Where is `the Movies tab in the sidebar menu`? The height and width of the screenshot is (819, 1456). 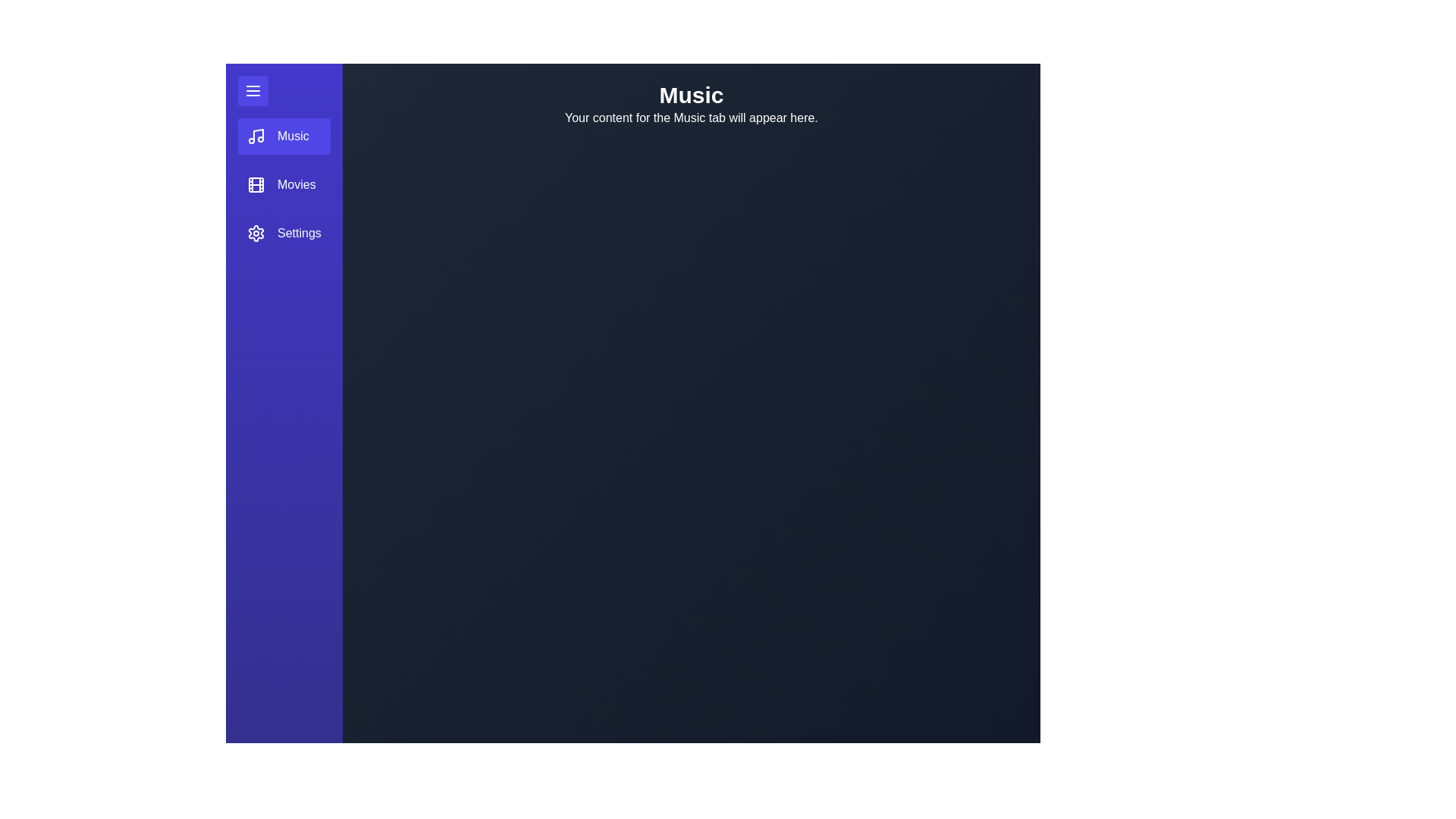 the Movies tab in the sidebar menu is located at coordinates (284, 184).